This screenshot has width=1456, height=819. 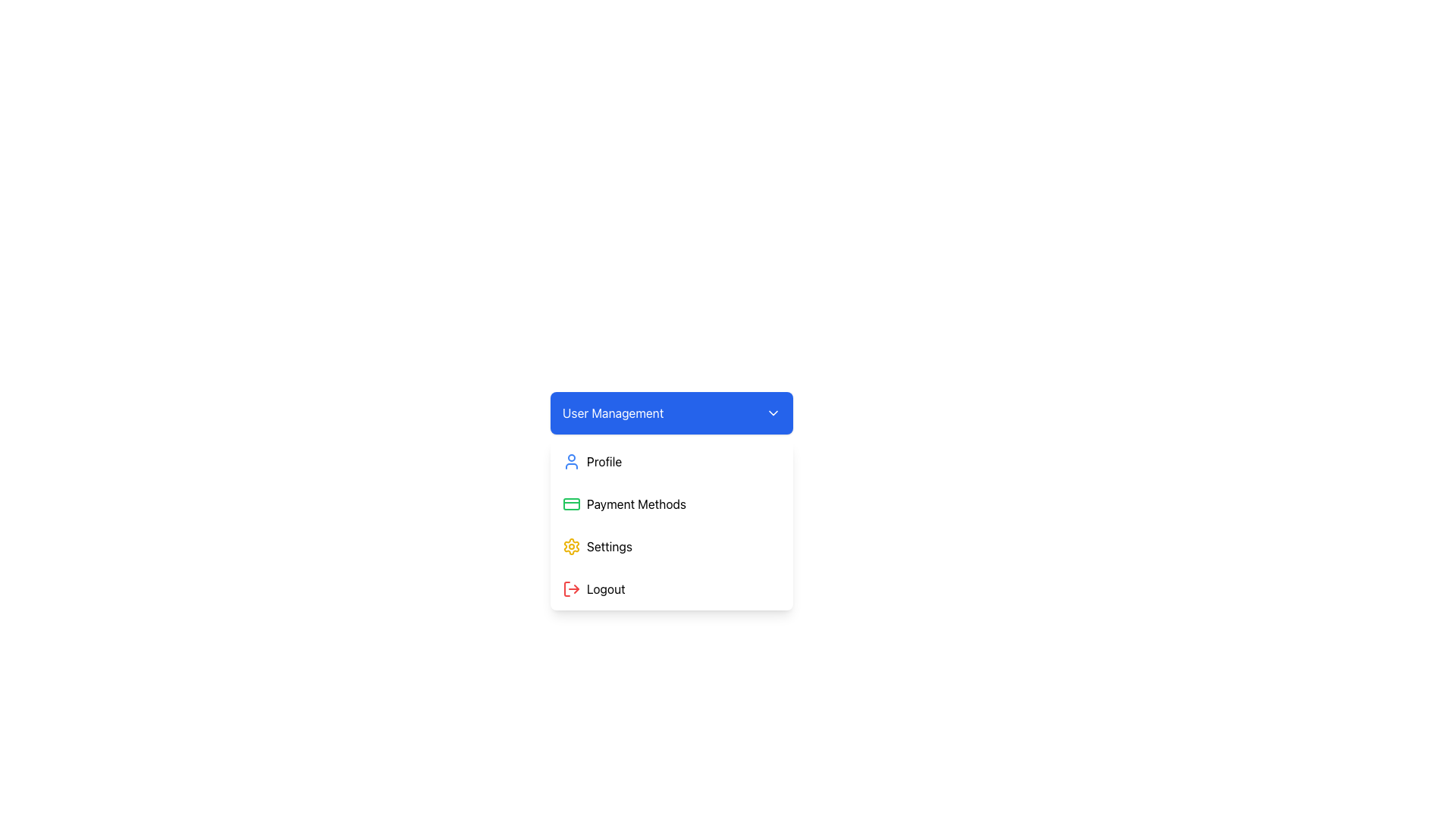 I want to click on the 'Payment Methods' text label within the dropdown menu under 'User Management', so click(x=636, y=504).